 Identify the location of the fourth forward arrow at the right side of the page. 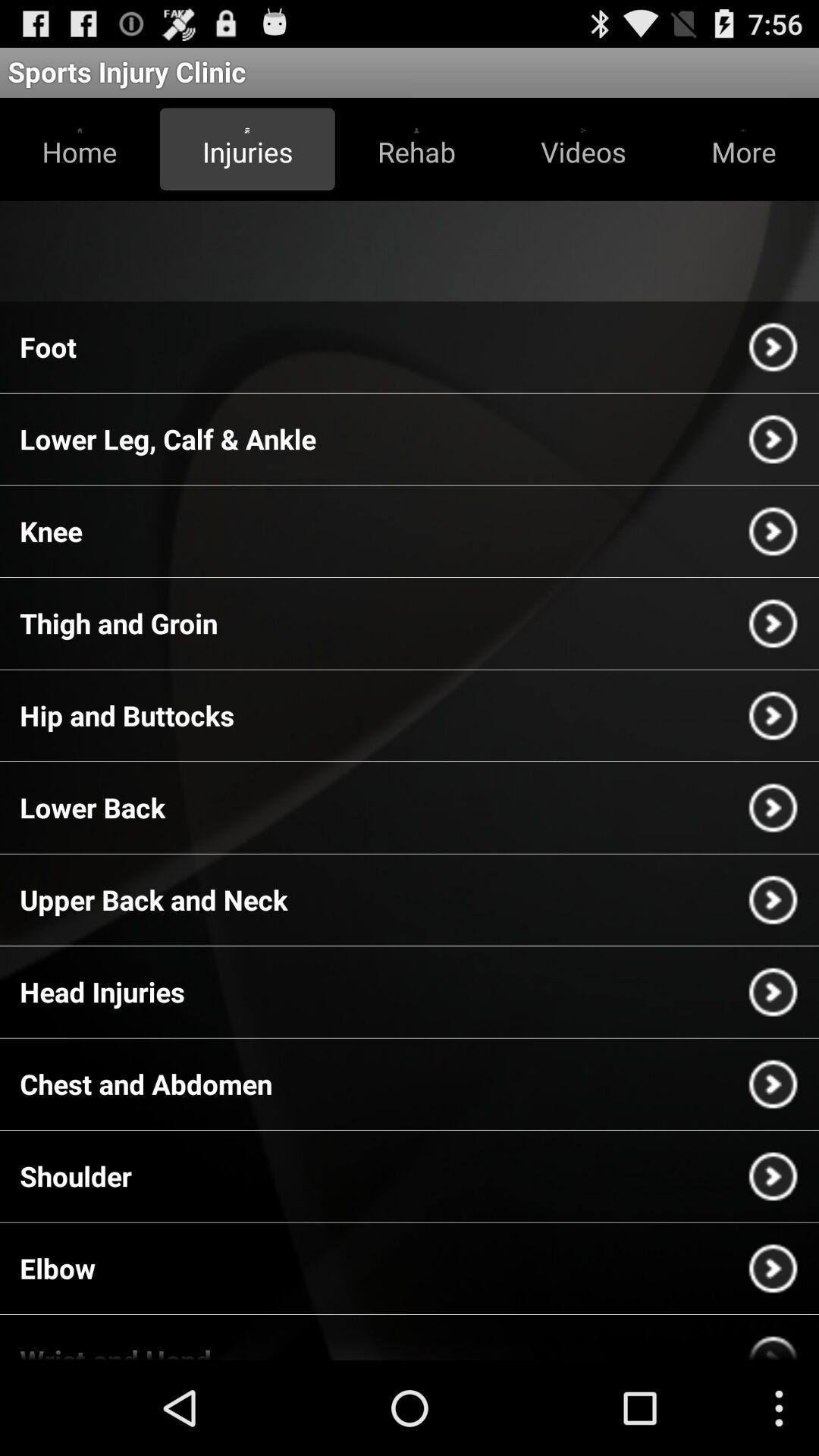
(773, 623).